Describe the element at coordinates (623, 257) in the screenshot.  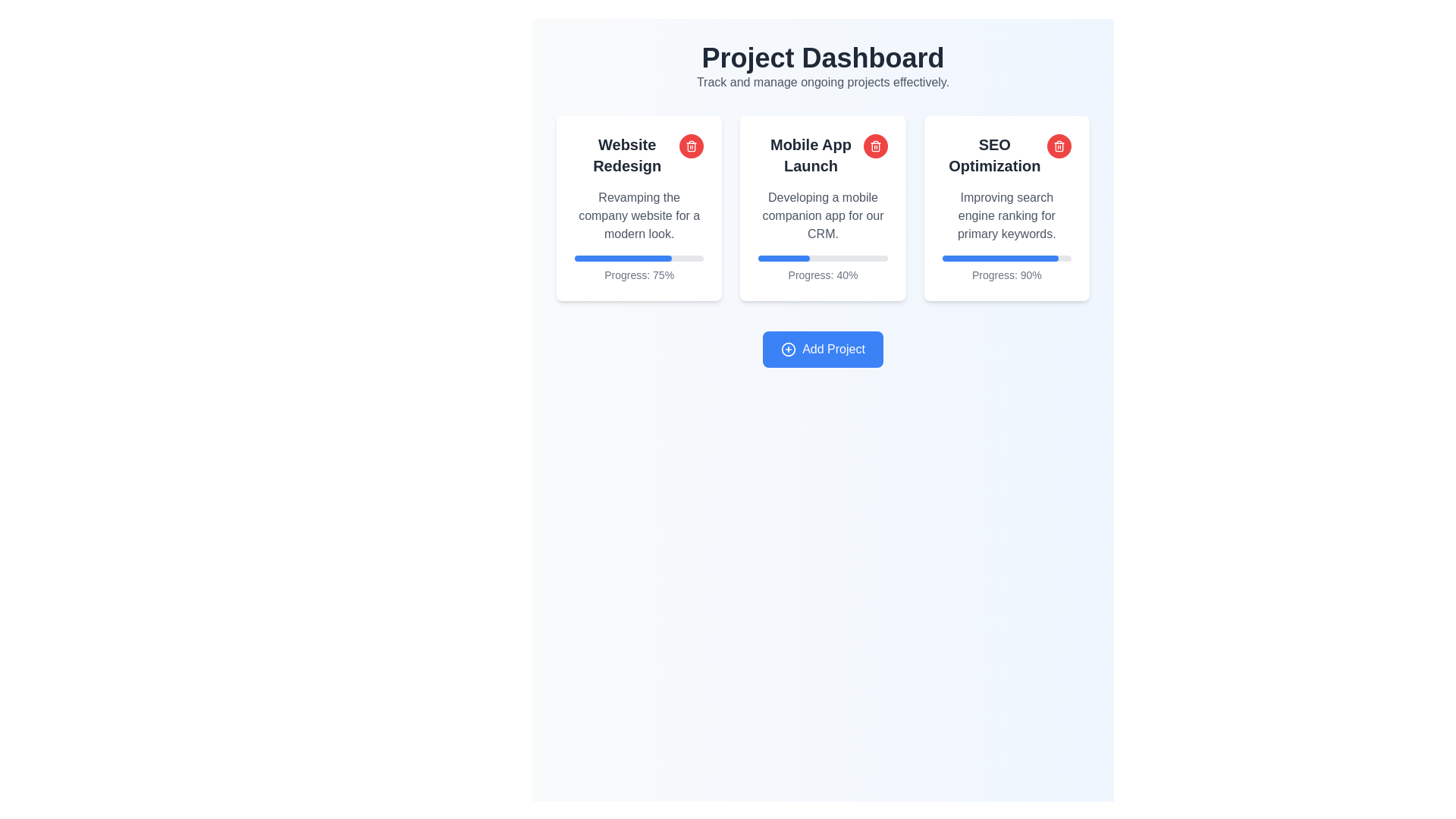
I see `the progress indicator bar representing 75% completion located beneath the 'Website Redesign' card, which is the first card in the top row` at that location.